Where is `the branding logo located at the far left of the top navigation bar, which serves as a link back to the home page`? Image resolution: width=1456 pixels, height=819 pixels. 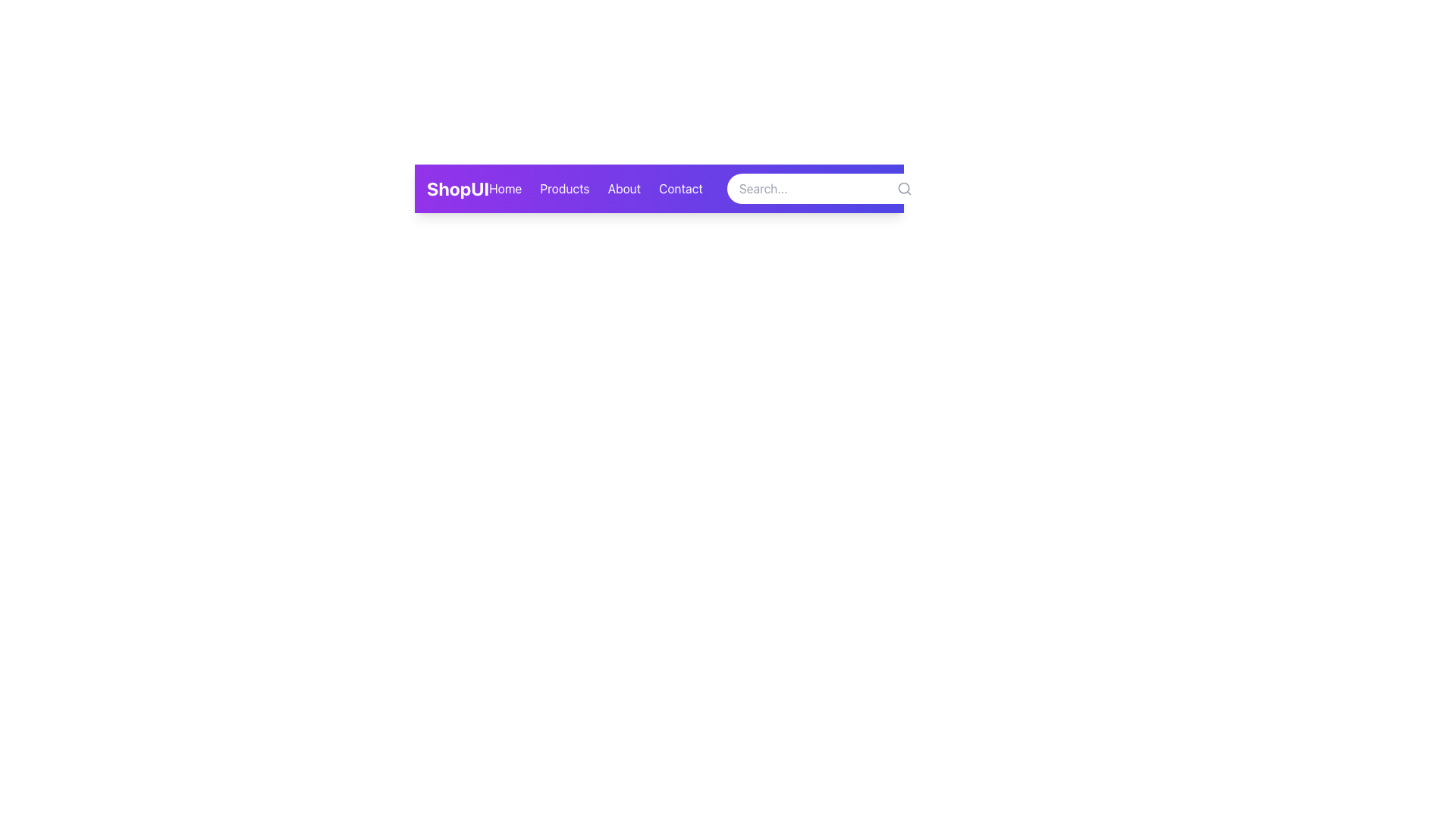
the branding logo located at the far left of the top navigation bar, which serves as a link back to the home page is located at coordinates (457, 188).